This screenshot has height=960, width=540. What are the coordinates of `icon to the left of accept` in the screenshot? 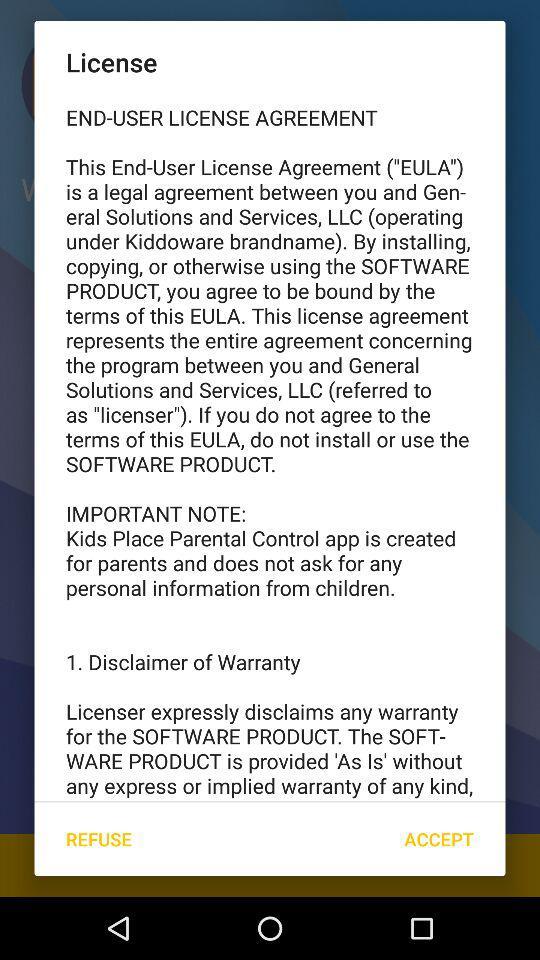 It's located at (97, 839).